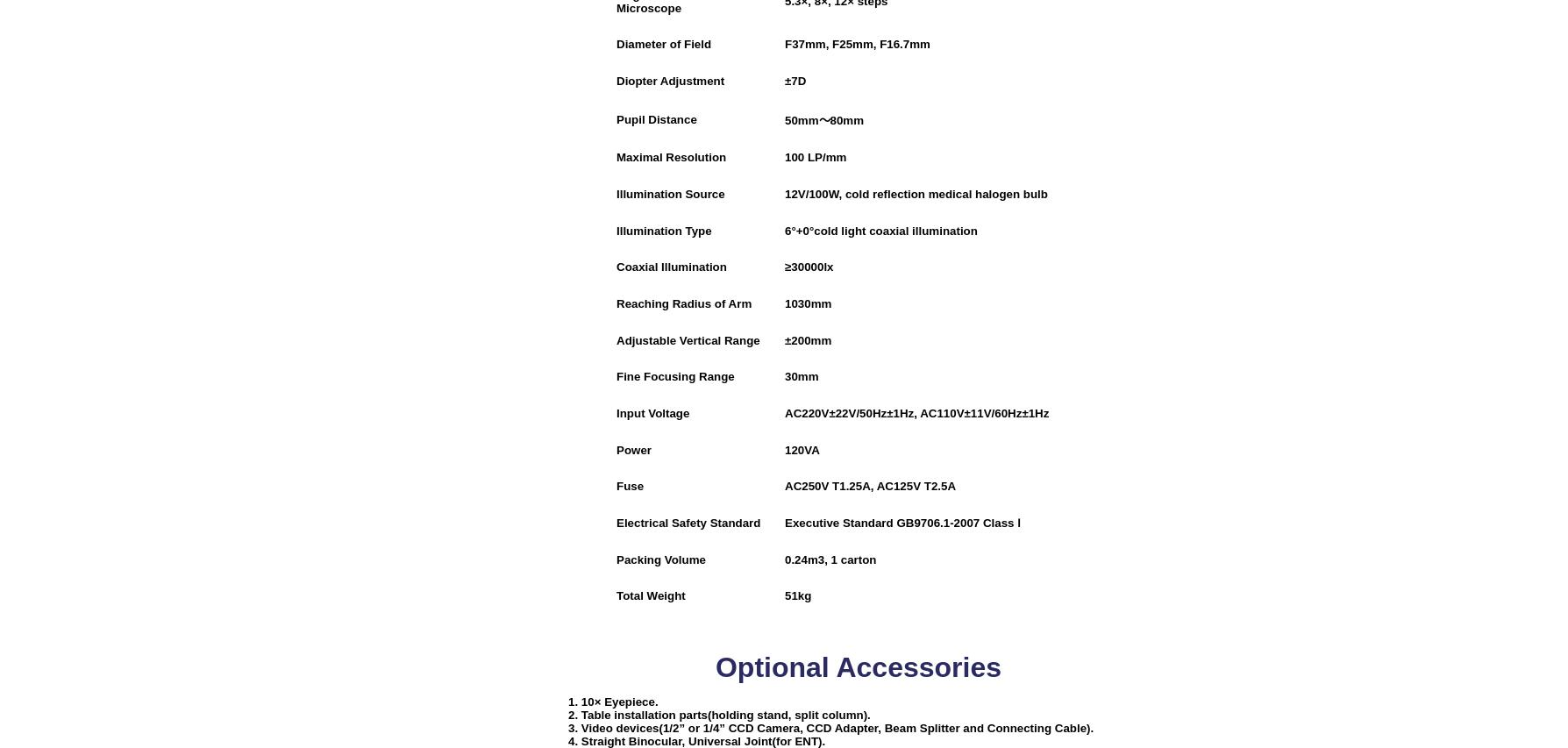 The image size is (1568, 748). What do you see at coordinates (857, 44) in the screenshot?
I see `'F37mm, F25mm, F16.7mm'` at bounding box center [857, 44].